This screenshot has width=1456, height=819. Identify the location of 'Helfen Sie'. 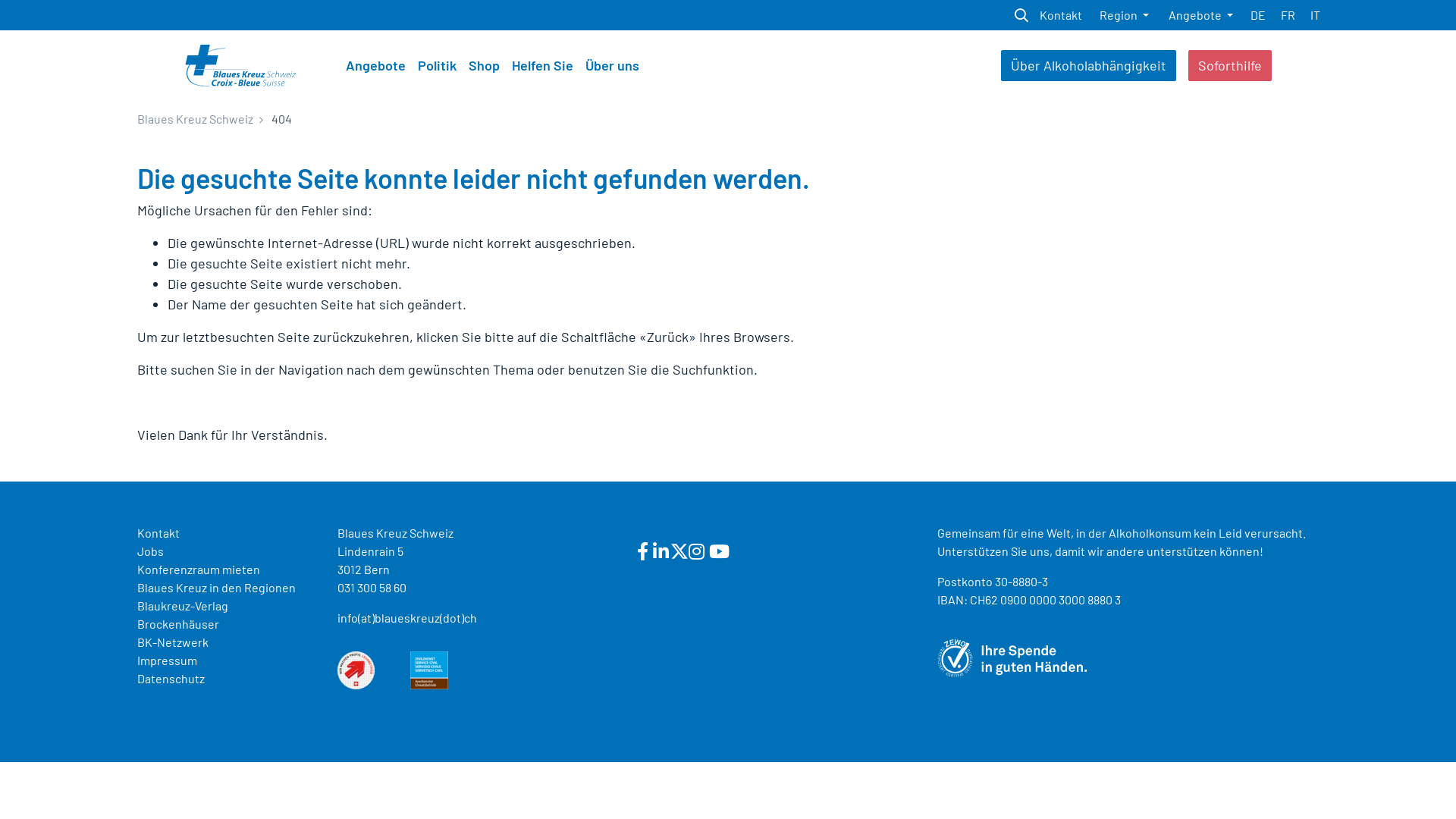
(542, 64).